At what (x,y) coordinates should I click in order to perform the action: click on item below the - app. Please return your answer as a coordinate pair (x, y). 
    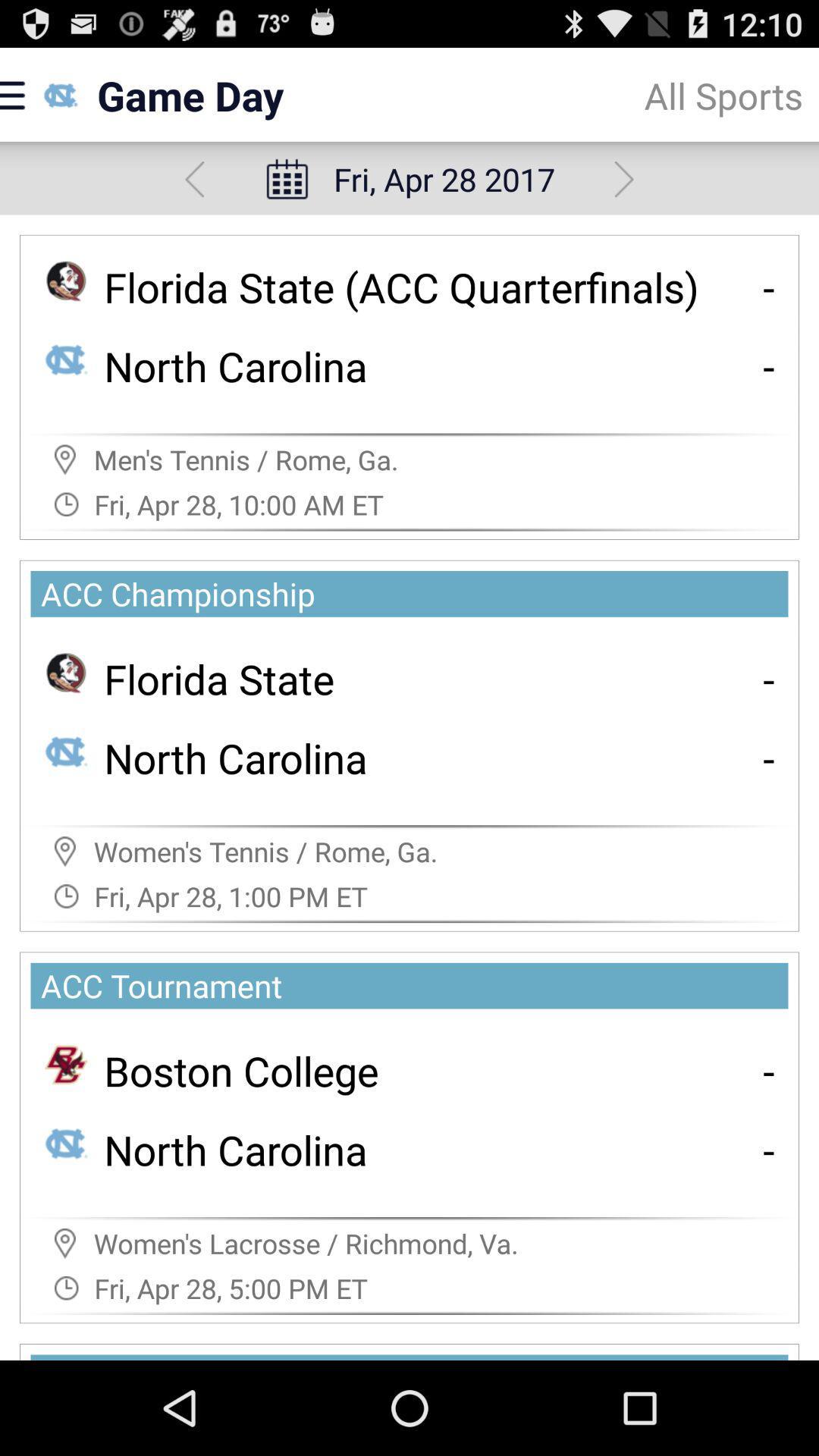
    Looking at the image, I should click on (769, 758).